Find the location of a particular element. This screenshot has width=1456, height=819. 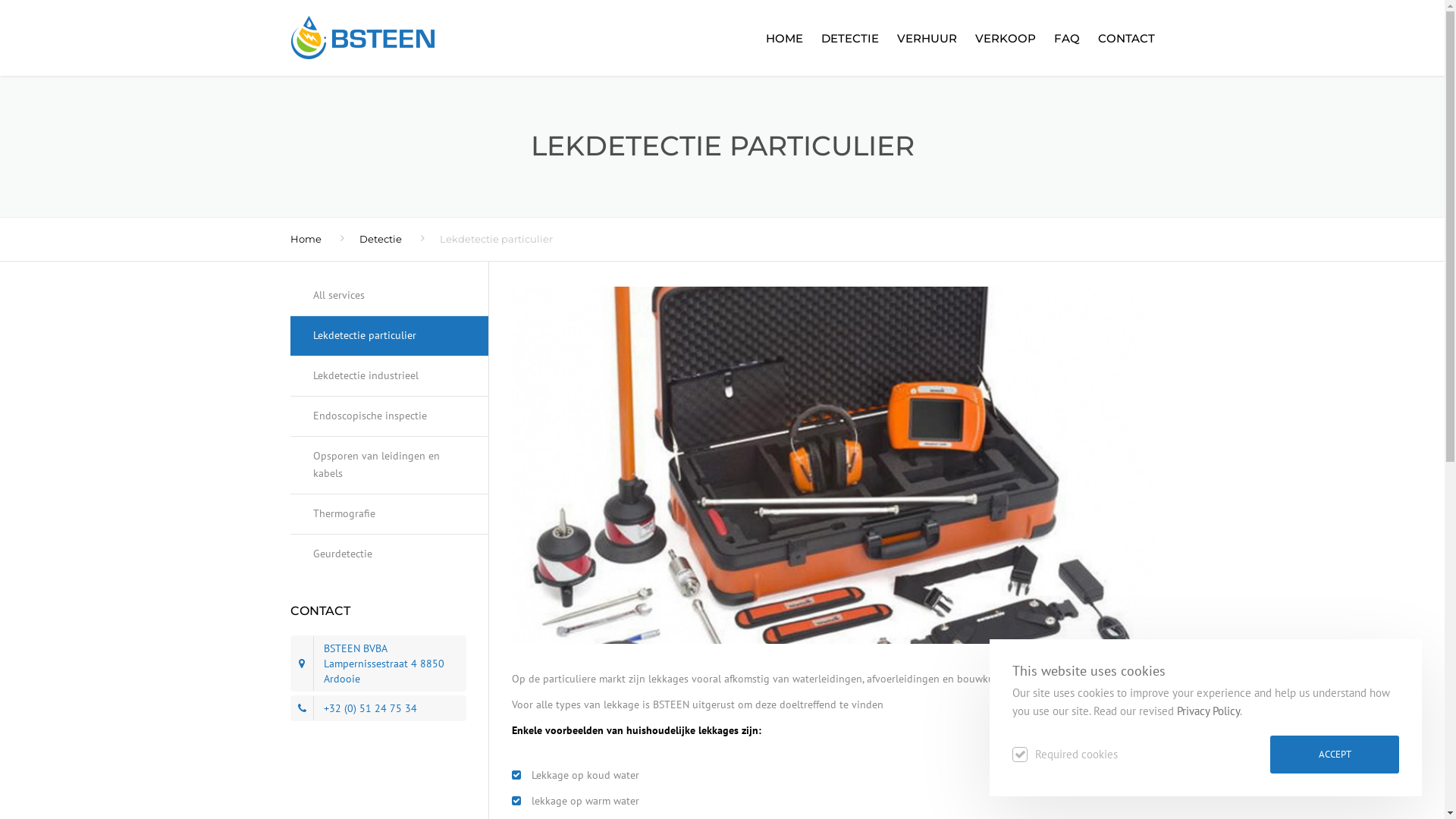

'ACCEPT' is located at coordinates (1335, 755).